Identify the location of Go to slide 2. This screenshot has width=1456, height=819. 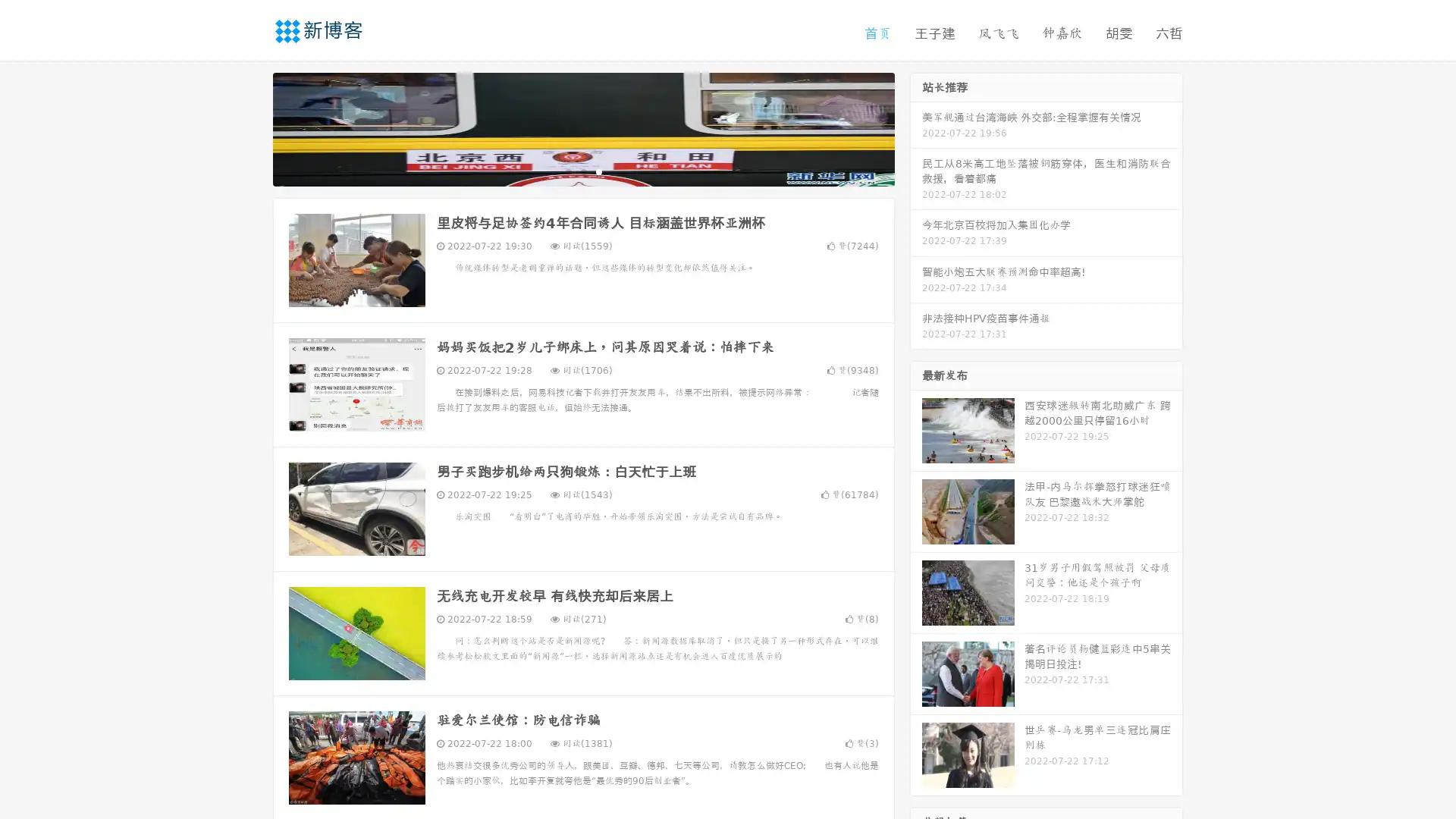
(582, 171).